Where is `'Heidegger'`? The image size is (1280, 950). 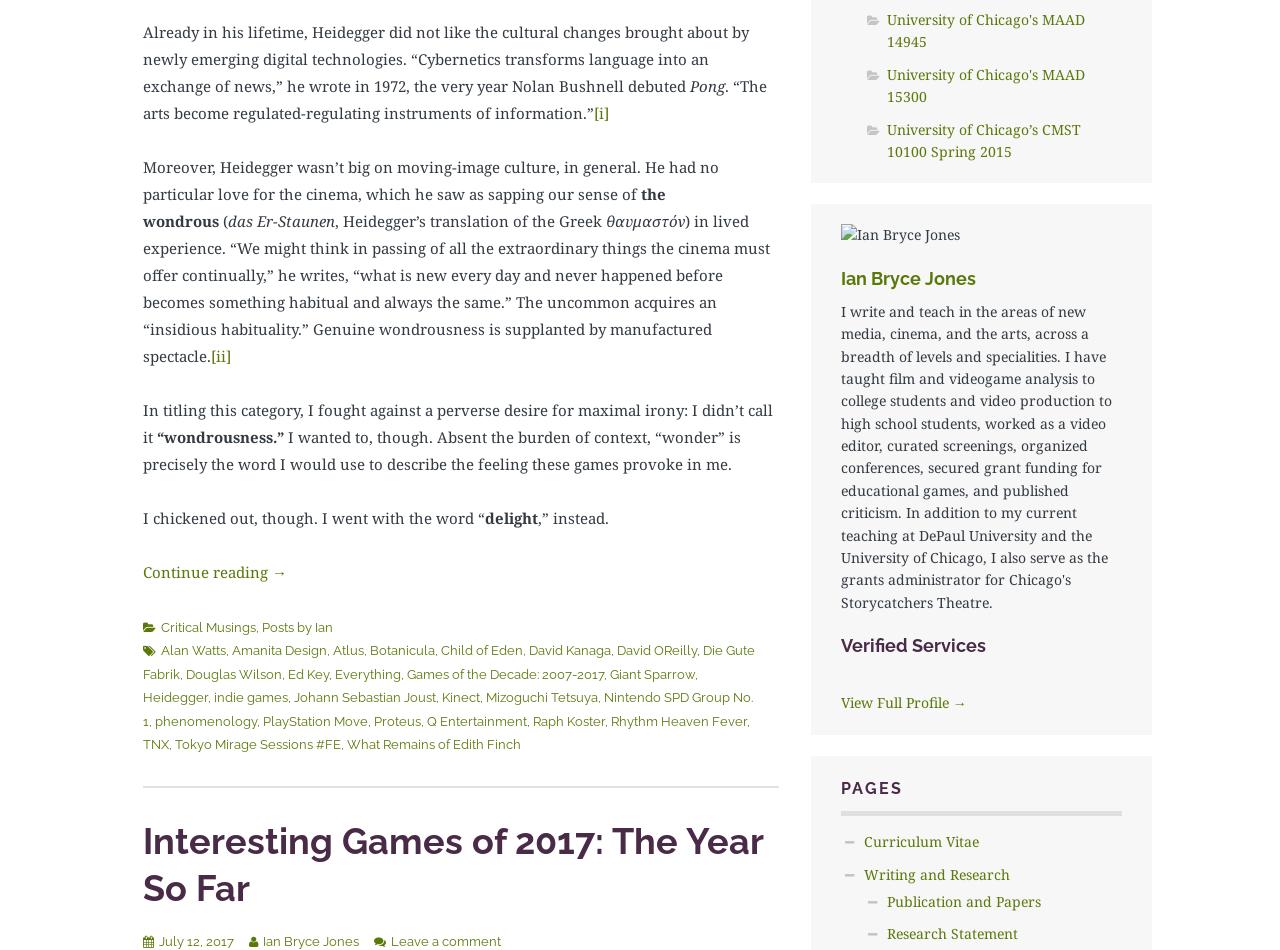
'Heidegger' is located at coordinates (175, 697).